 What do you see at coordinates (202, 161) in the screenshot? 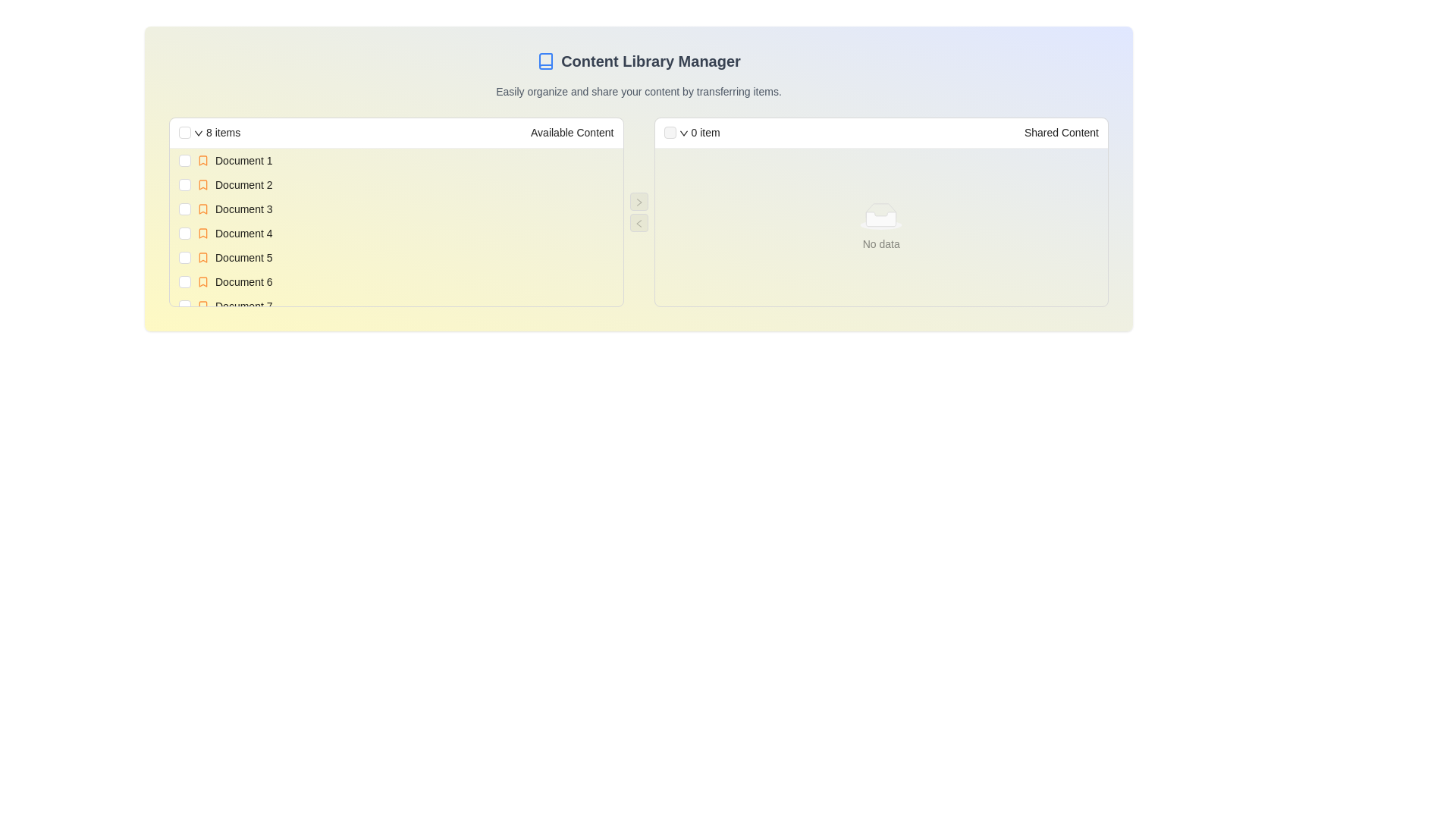
I see `the first bookmark icon to the left of 'Document 1' in the 'Available Content' section` at bounding box center [202, 161].